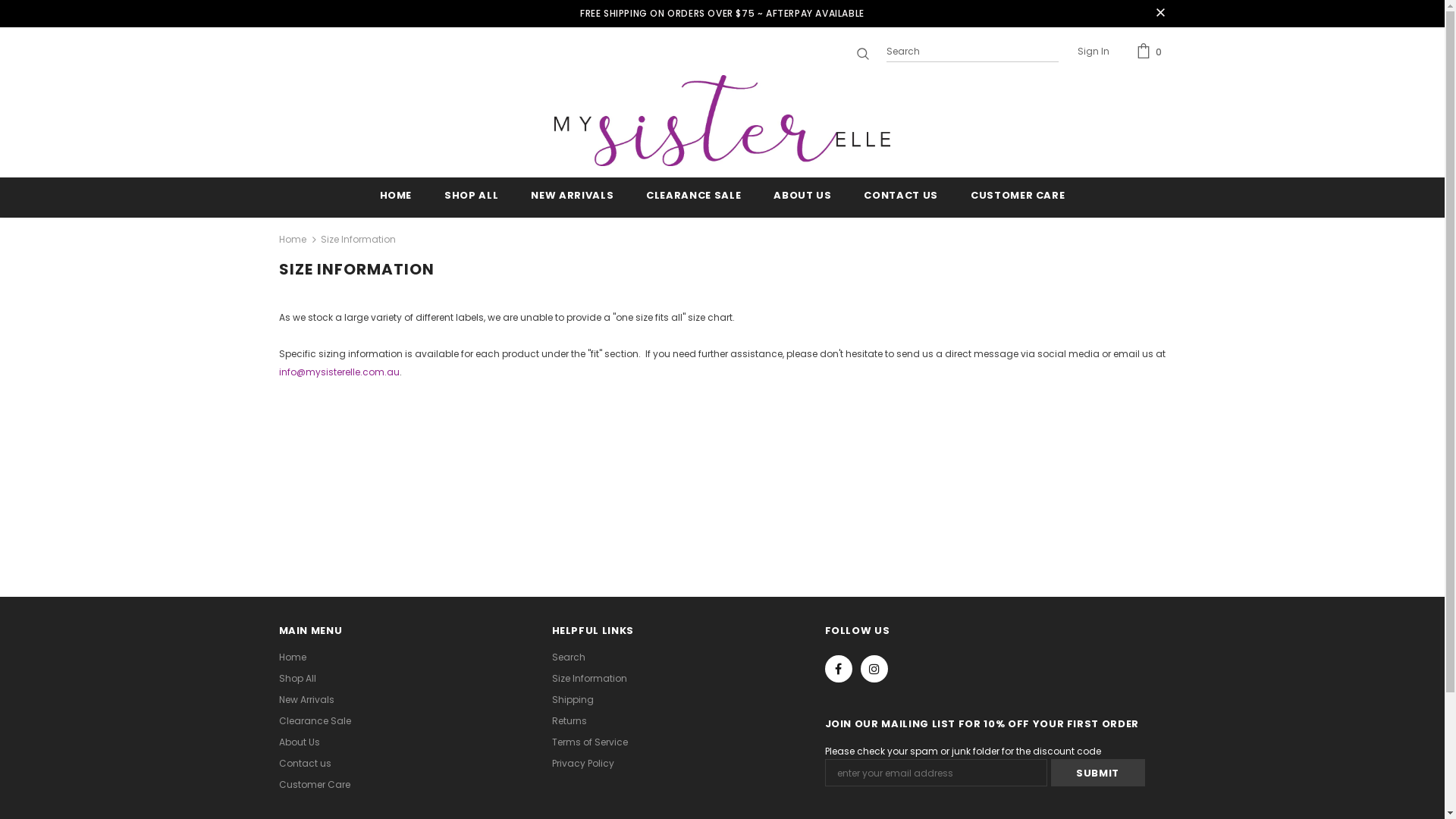  Describe the element at coordinates (1018, 196) in the screenshot. I see `'CUSTOMER CARE'` at that location.